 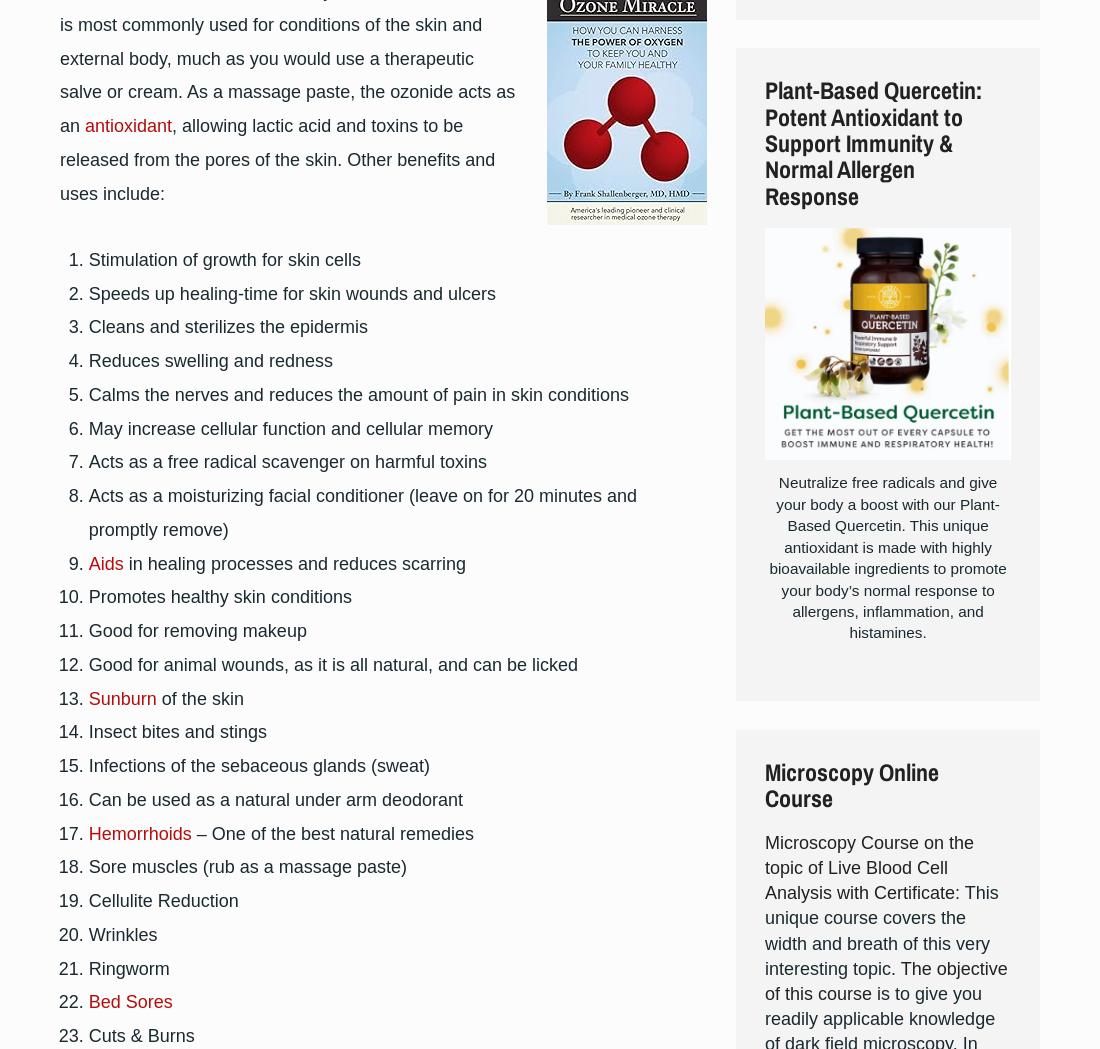 What do you see at coordinates (275, 799) in the screenshot?
I see `'Can be used as a natural under arm deodorant'` at bounding box center [275, 799].